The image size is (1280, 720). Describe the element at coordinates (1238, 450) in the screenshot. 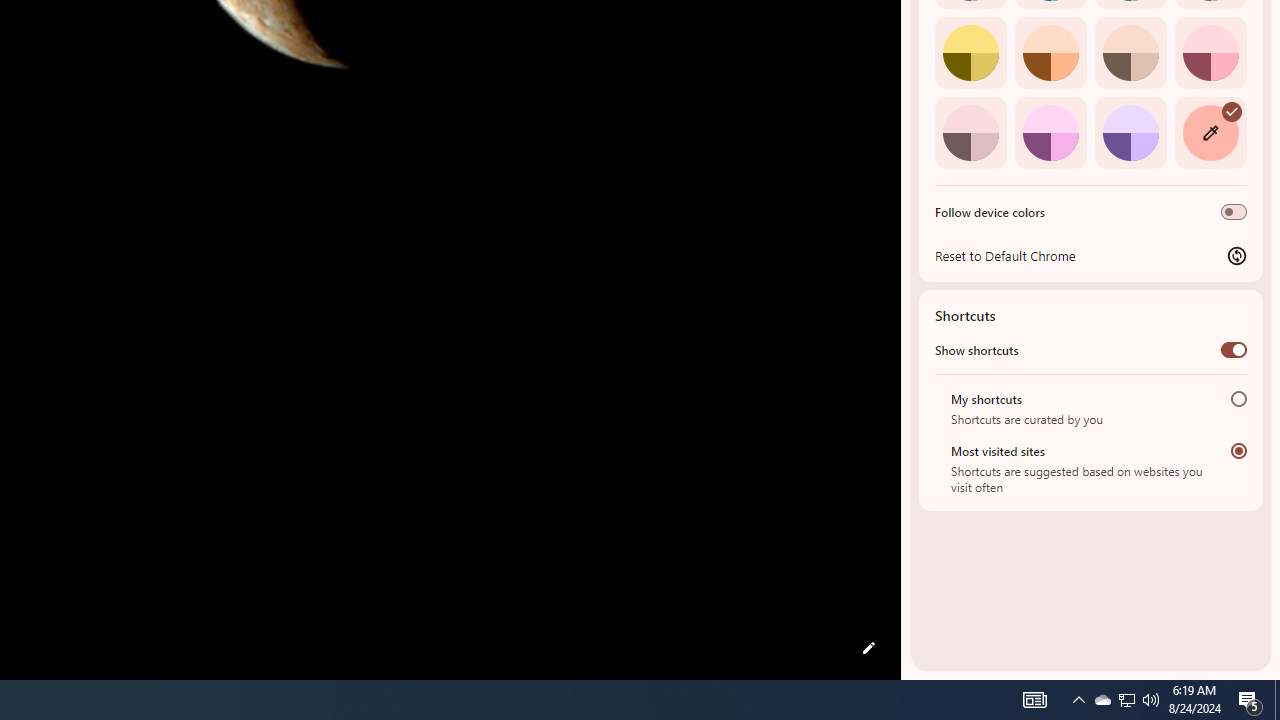

I see `'Most visited sites'` at that location.